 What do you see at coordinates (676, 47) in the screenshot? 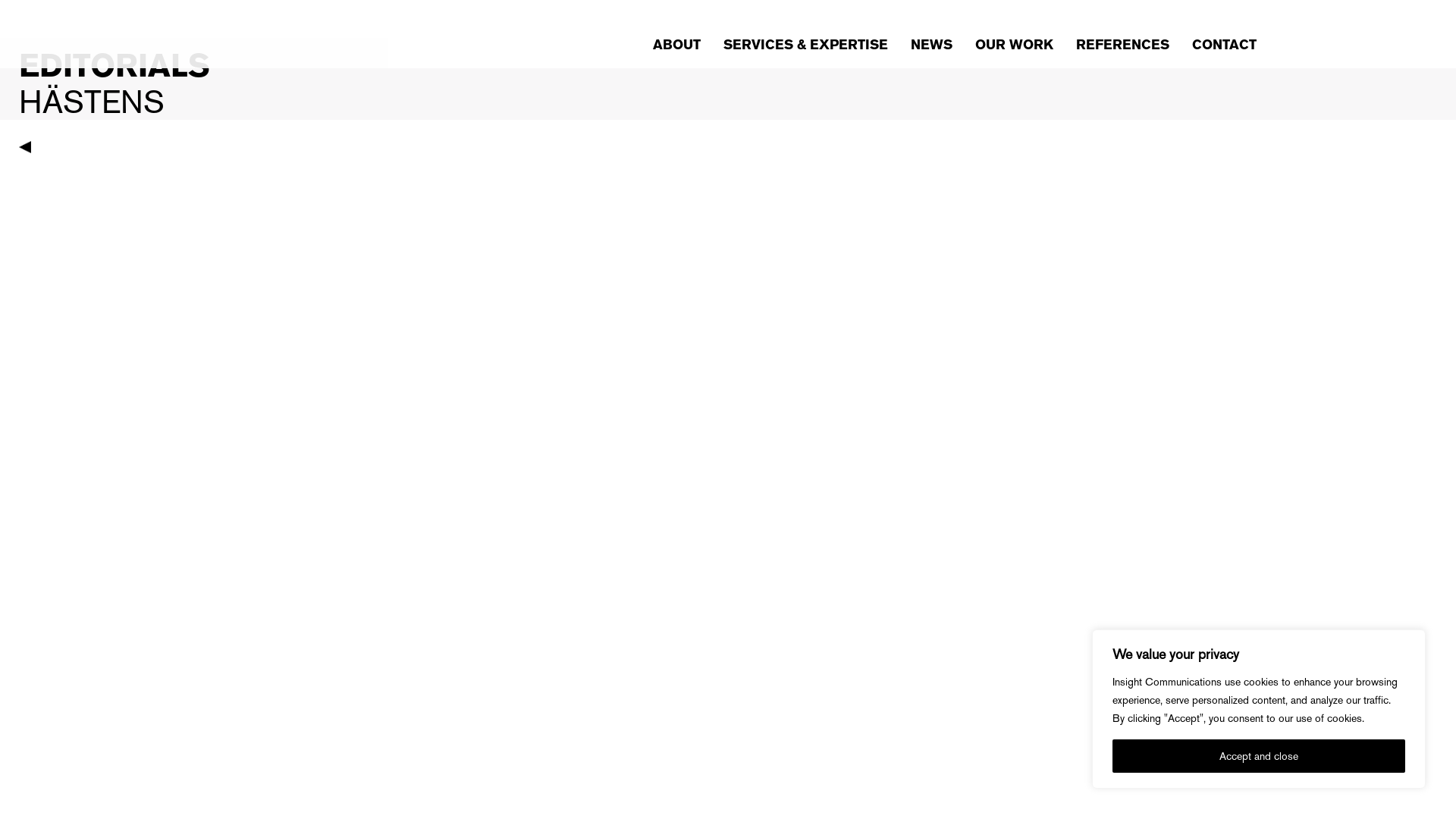
I see `'ABOUT'` at bounding box center [676, 47].